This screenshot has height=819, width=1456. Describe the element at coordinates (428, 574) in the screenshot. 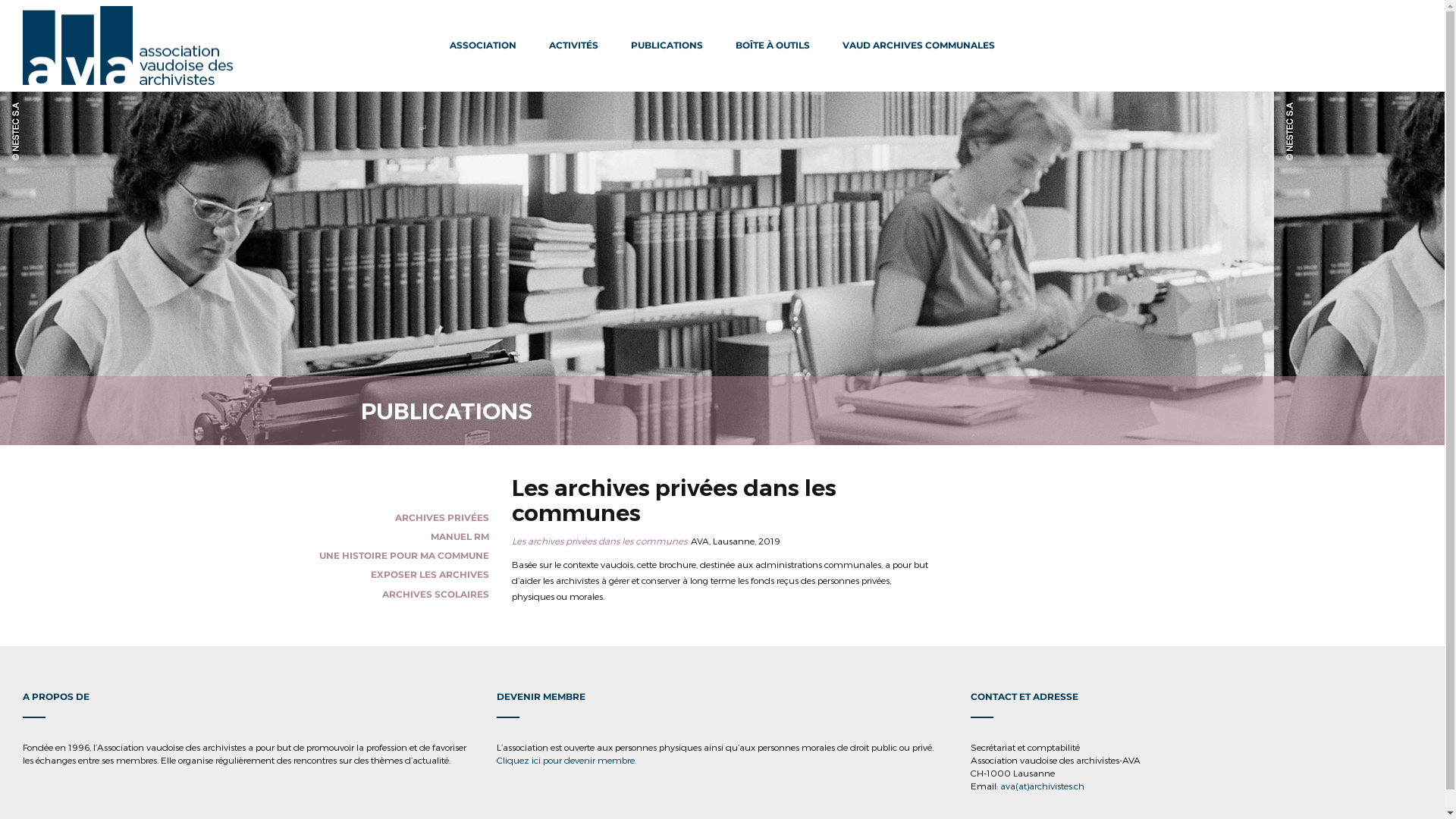

I see `'EXPOSER LES ARCHIVES'` at that location.